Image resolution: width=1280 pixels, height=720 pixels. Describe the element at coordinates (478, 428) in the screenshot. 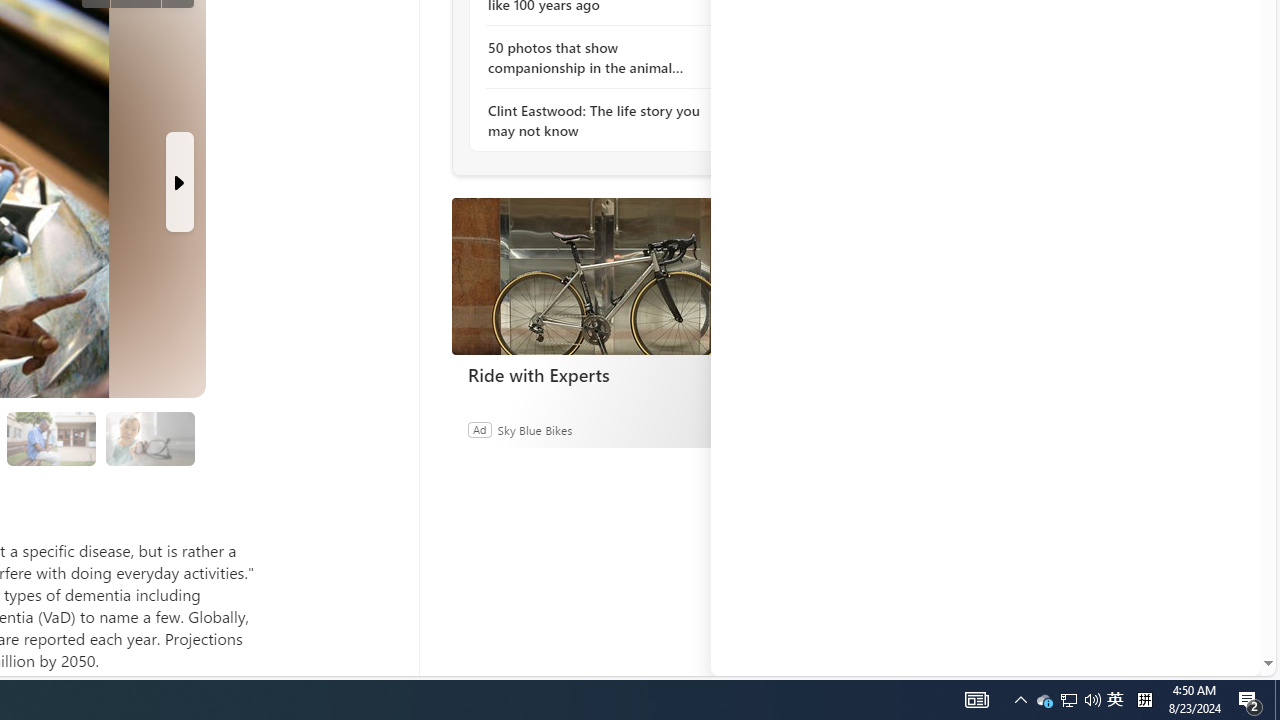

I see `'Ad'` at that location.